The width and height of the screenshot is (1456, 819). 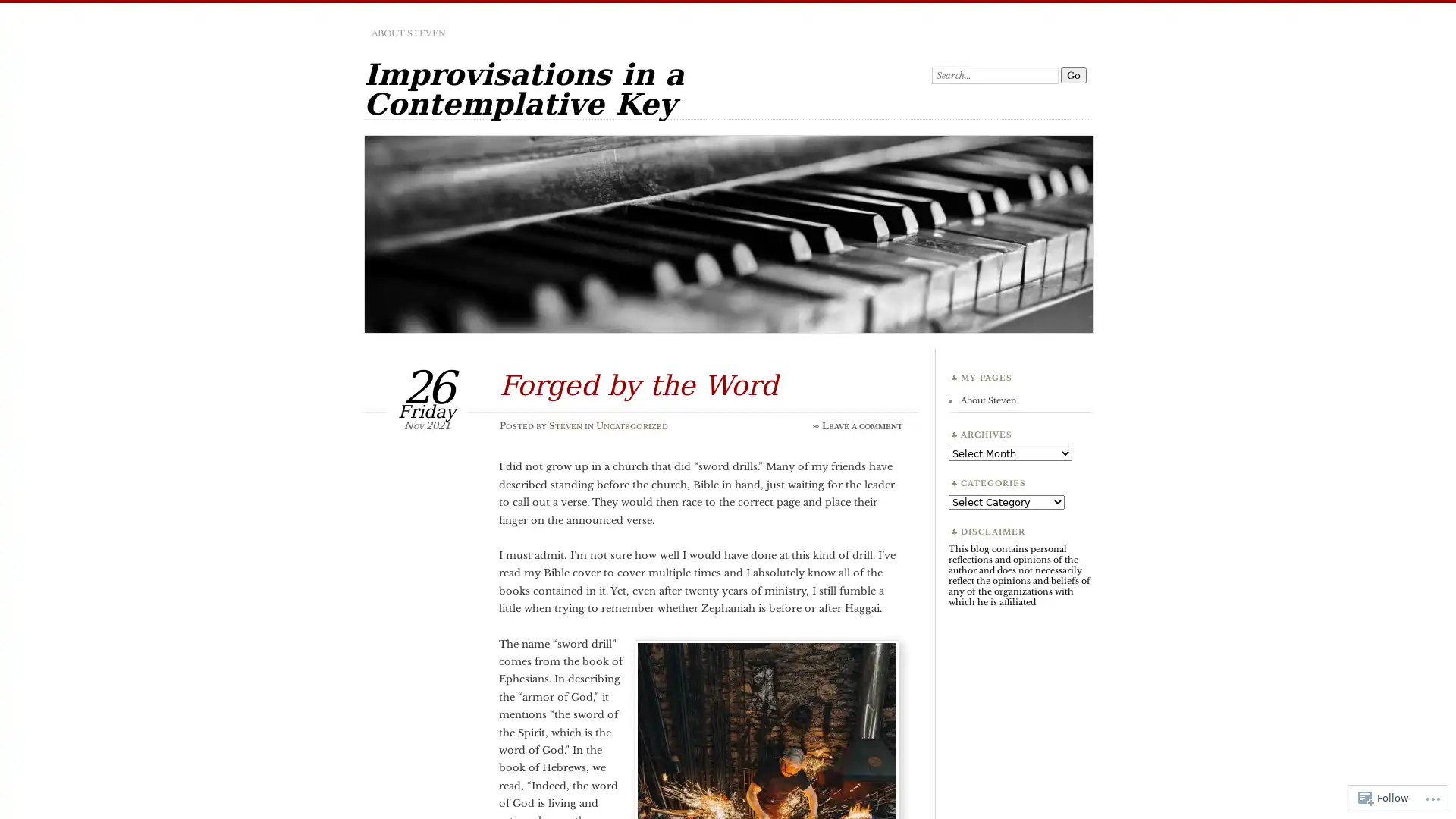 I want to click on Go, so click(x=1073, y=75).